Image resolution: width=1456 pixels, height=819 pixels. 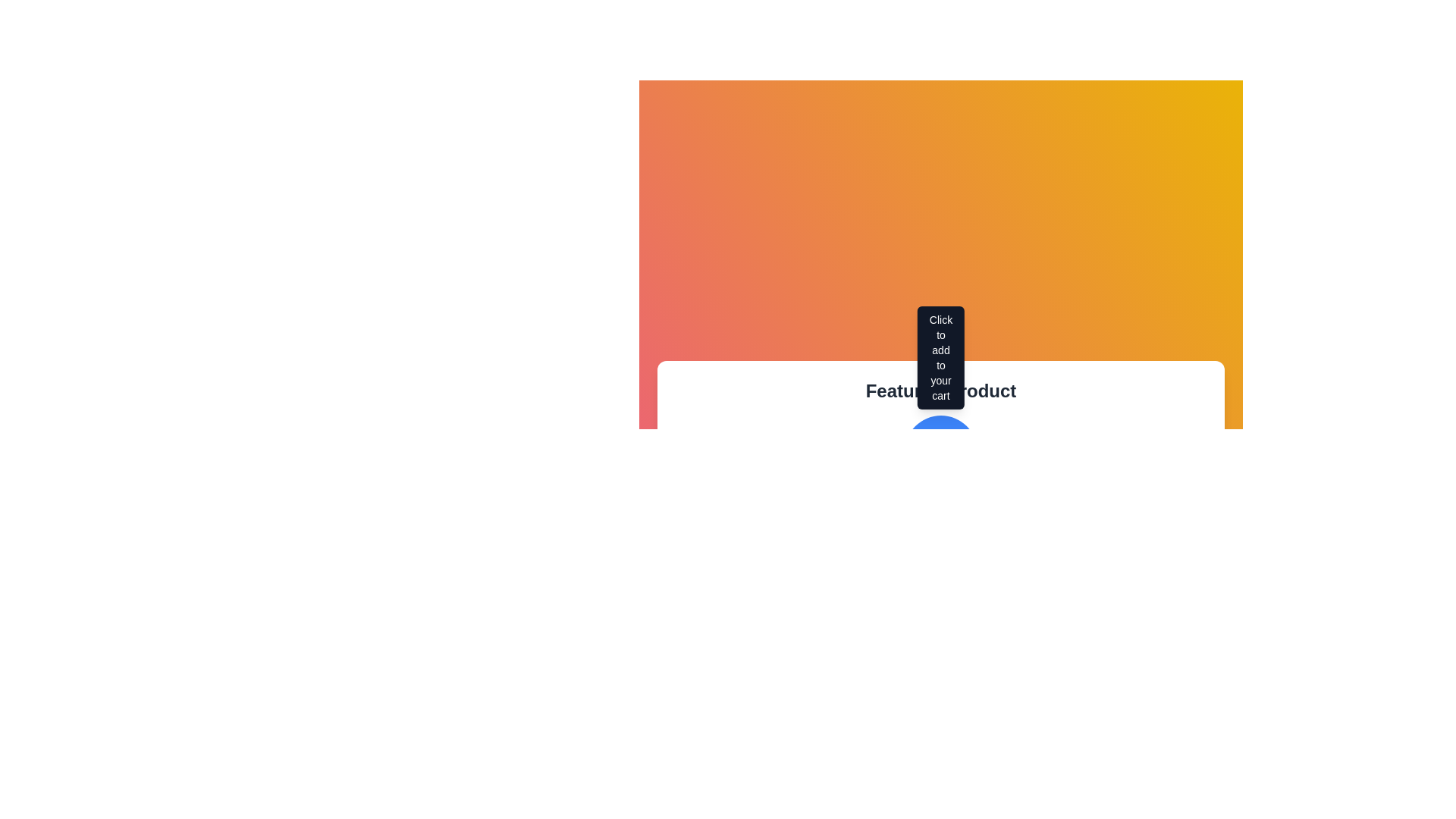 I want to click on the tooltip displaying the message 'Click to add to your cart' for accessibility purposes, so click(x=940, y=357).